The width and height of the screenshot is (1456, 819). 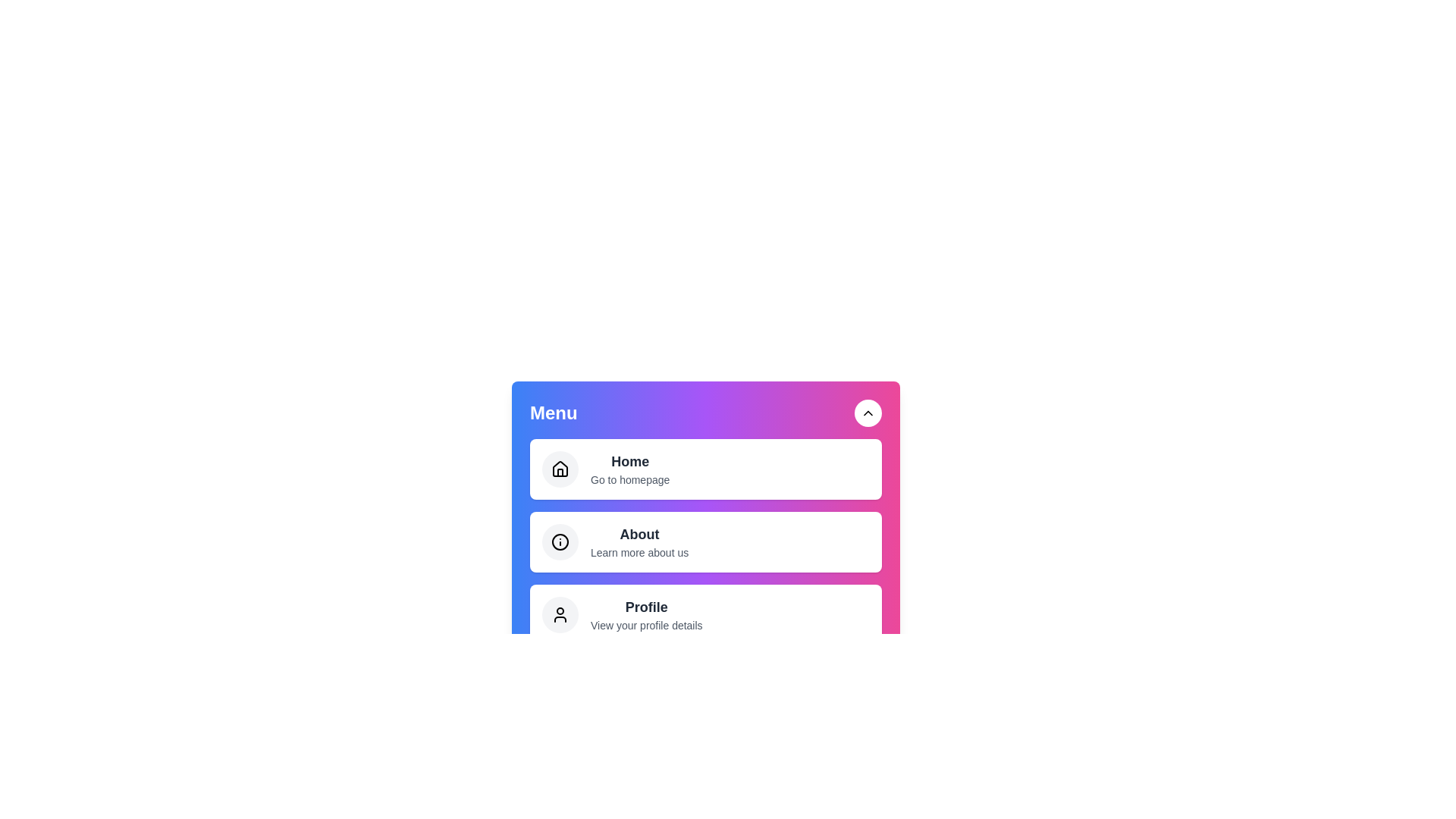 What do you see at coordinates (560, 468) in the screenshot?
I see `the icon corresponding to the menu item labeled 'Home'` at bounding box center [560, 468].